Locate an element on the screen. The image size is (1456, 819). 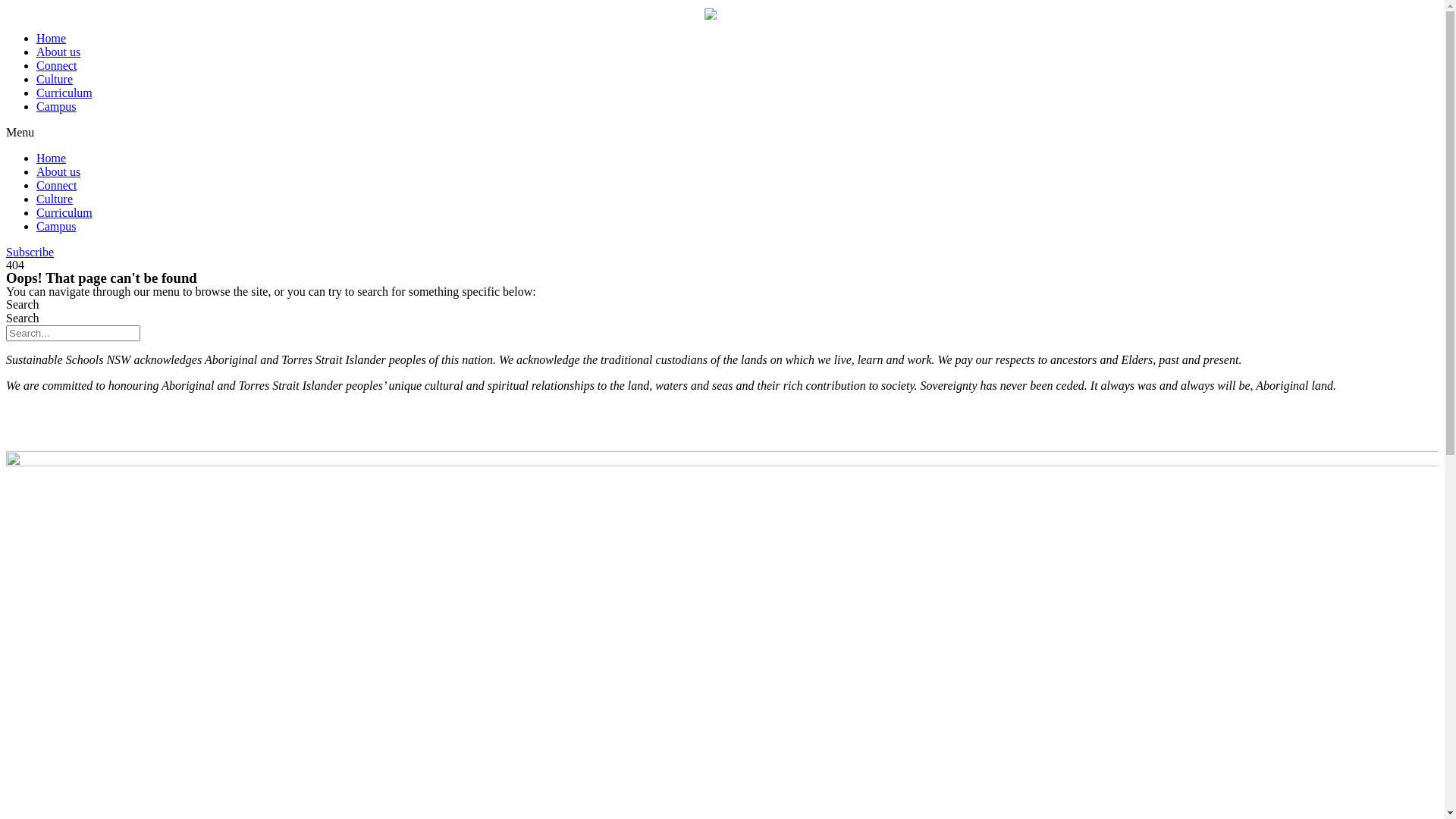
'Home' is located at coordinates (51, 158).